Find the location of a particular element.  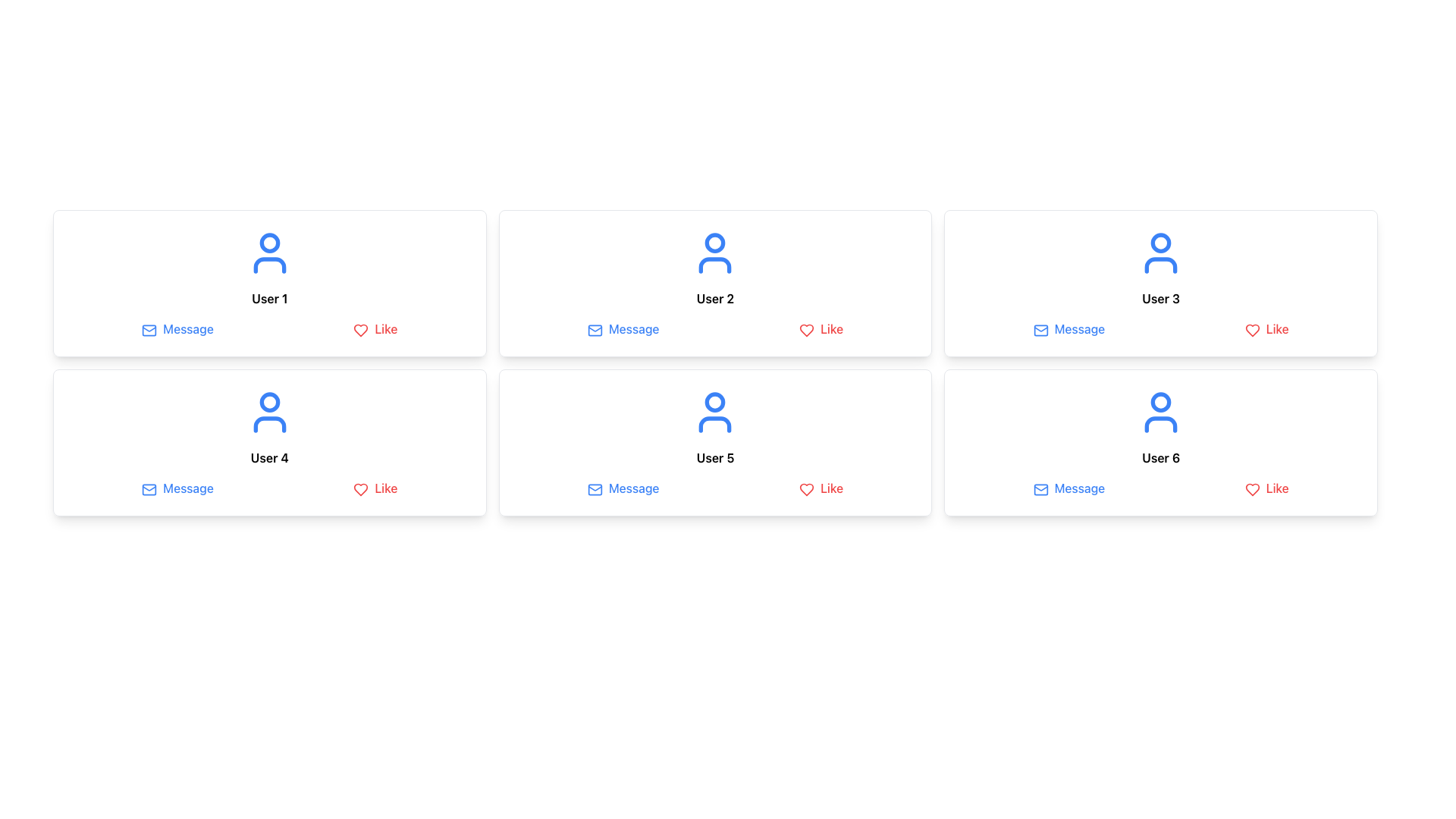

the decorative SVG circle element representing the user icon in the user profile card labeled 'User 6', positioned above the username is located at coordinates (1160, 401).